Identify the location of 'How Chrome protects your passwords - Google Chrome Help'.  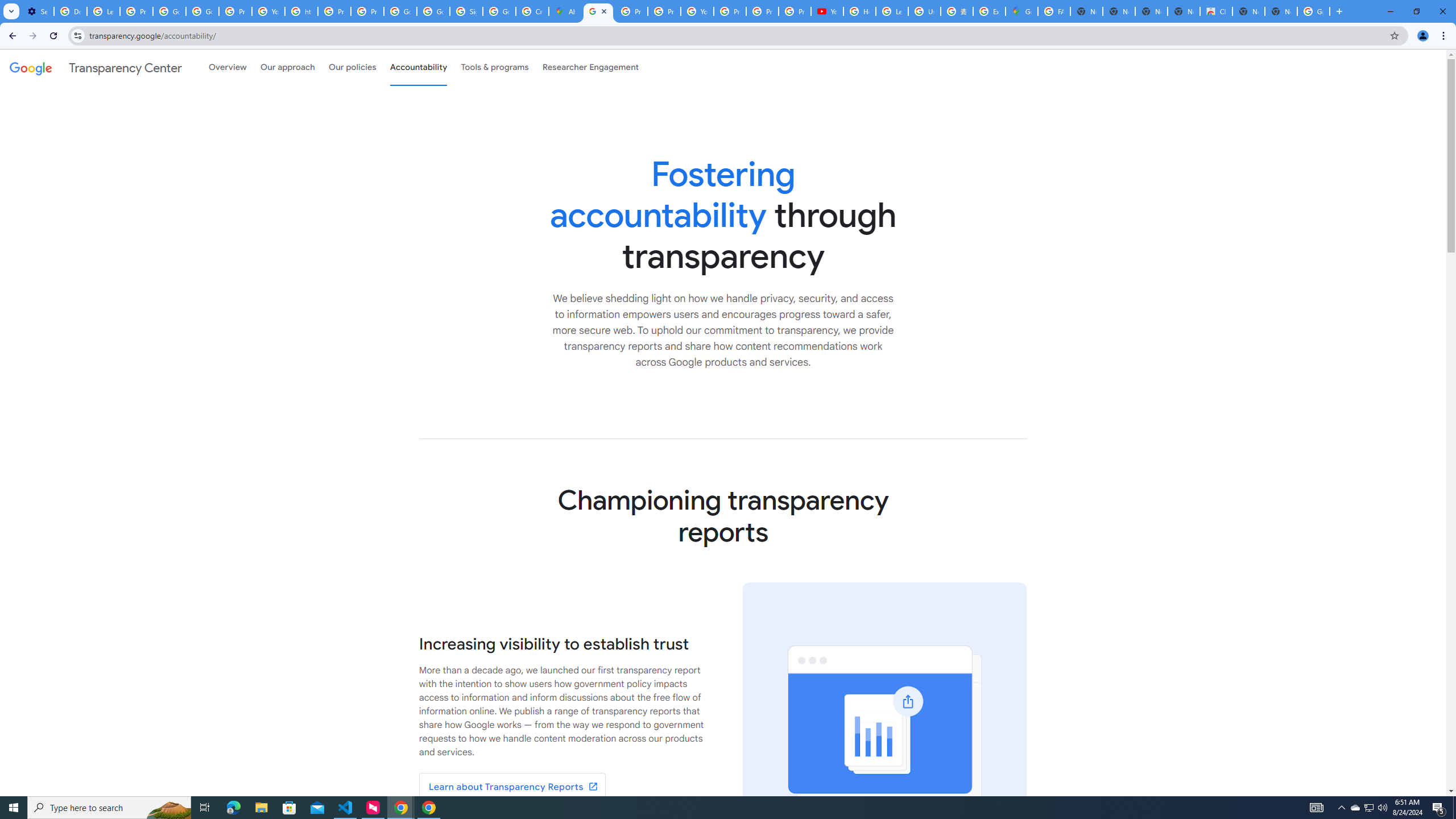
(859, 11).